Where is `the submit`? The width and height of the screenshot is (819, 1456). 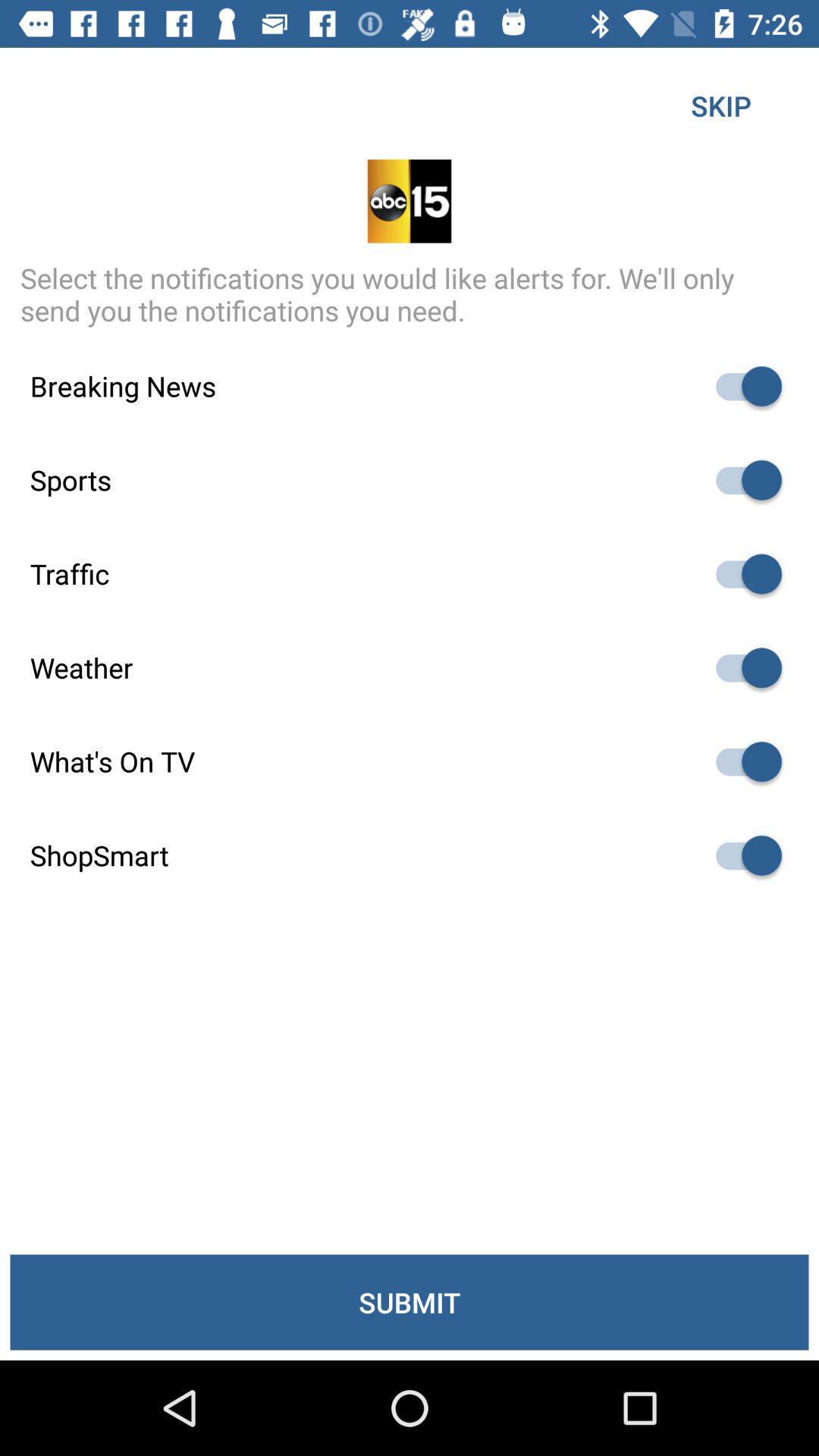 the submit is located at coordinates (409, 1301).